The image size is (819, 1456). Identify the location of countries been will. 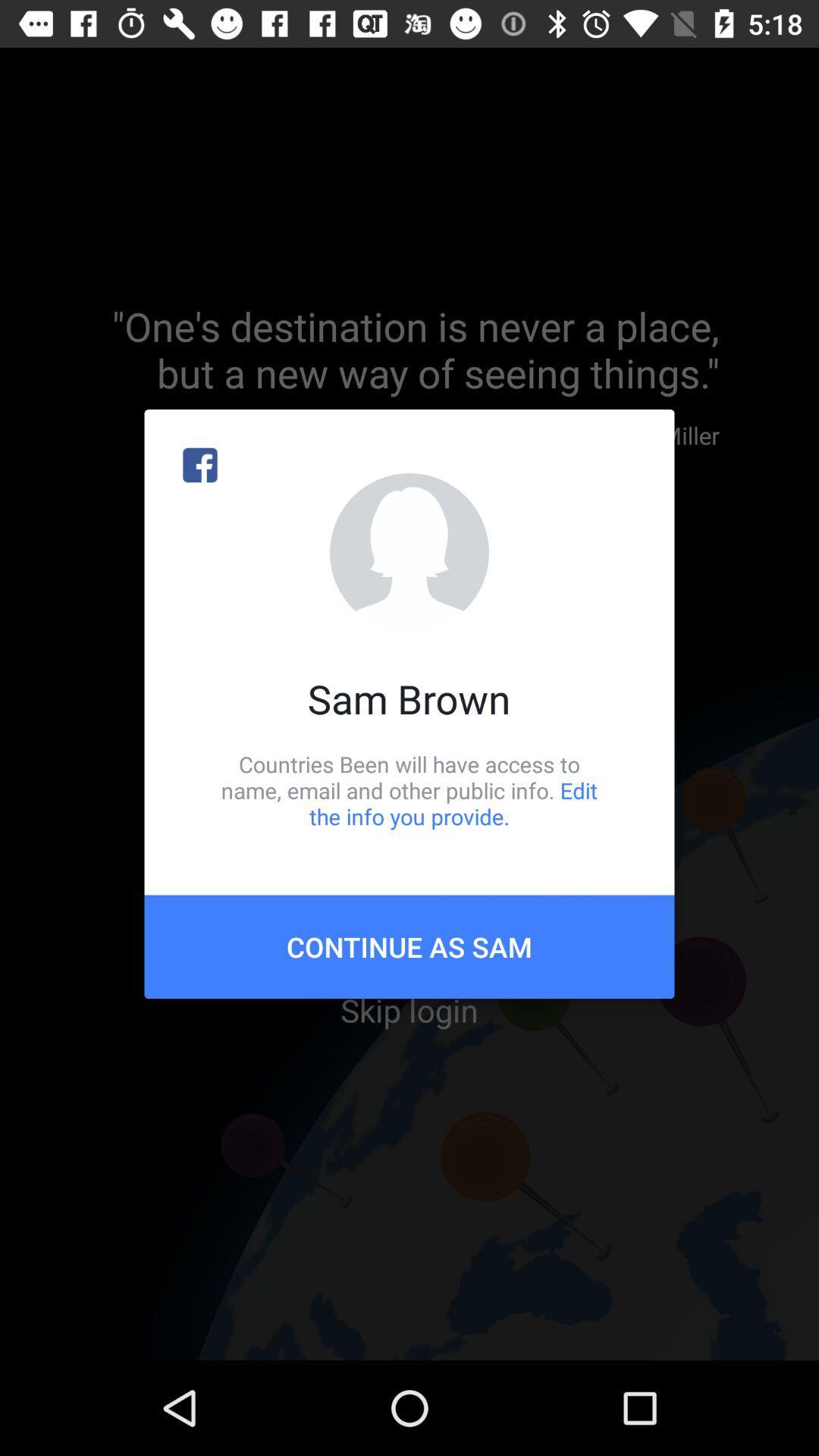
(409, 789).